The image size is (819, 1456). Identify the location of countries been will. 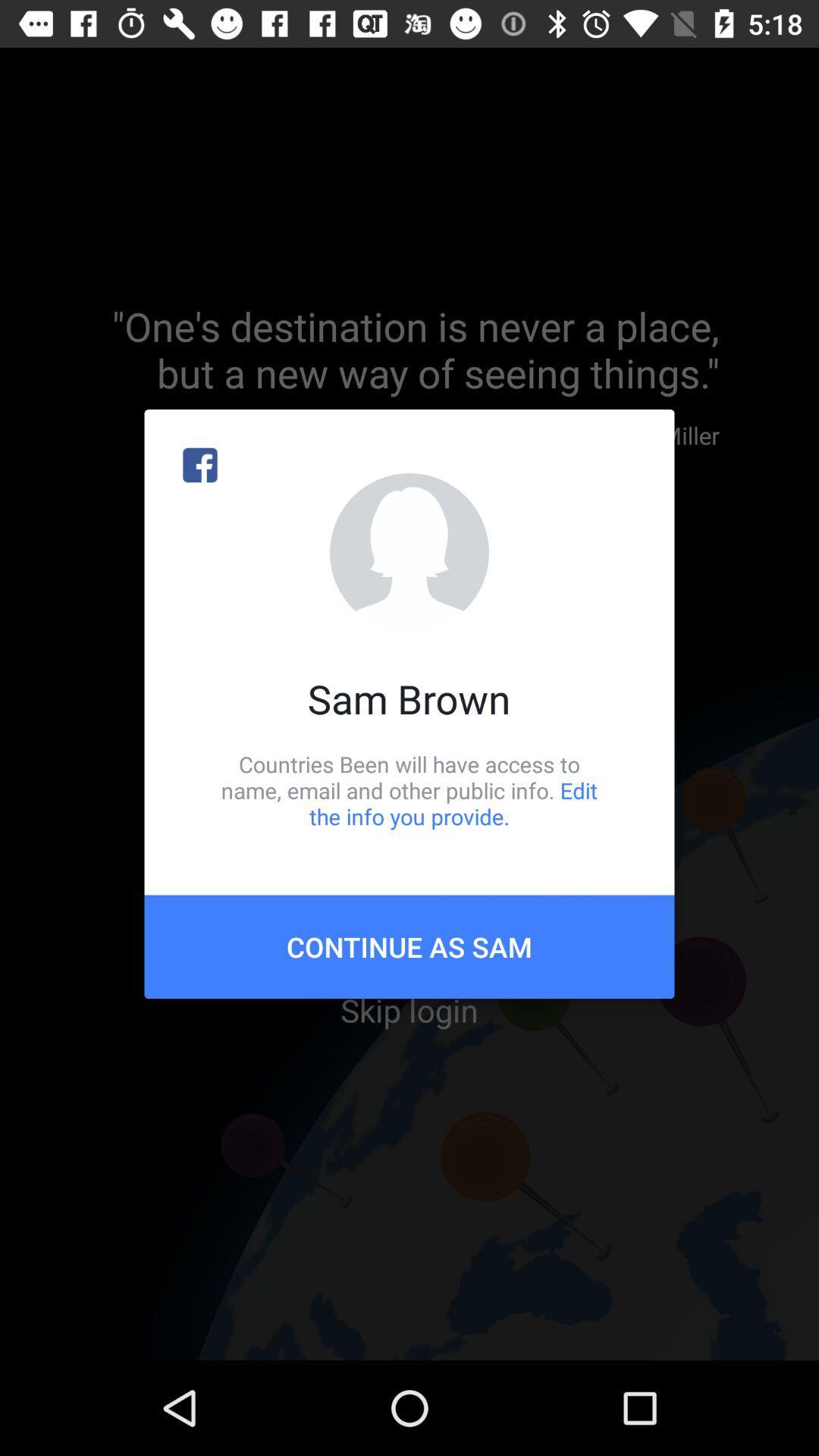
(409, 789).